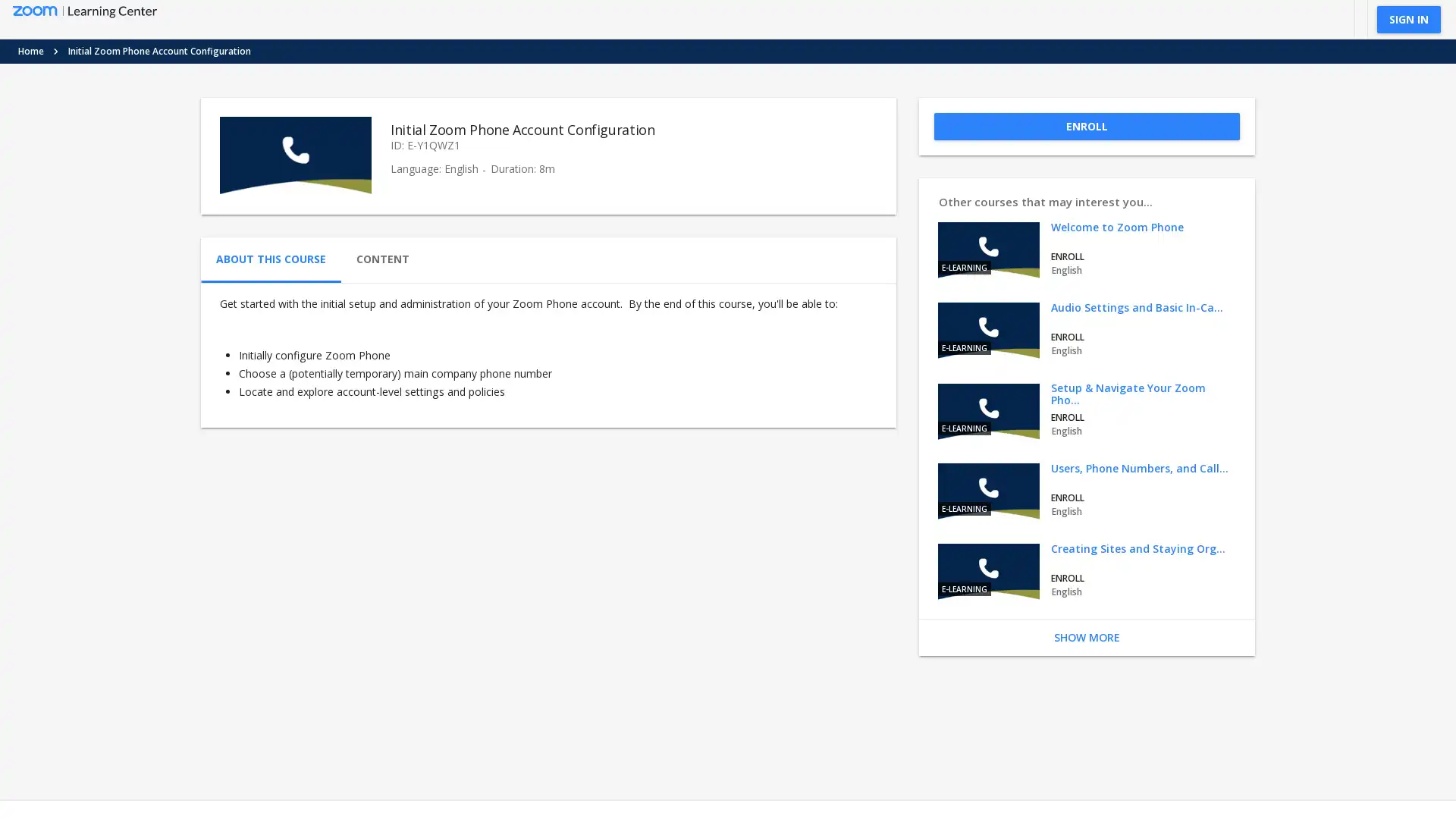  Describe the element at coordinates (1085, 125) in the screenshot. I see `Enroll` at that location.